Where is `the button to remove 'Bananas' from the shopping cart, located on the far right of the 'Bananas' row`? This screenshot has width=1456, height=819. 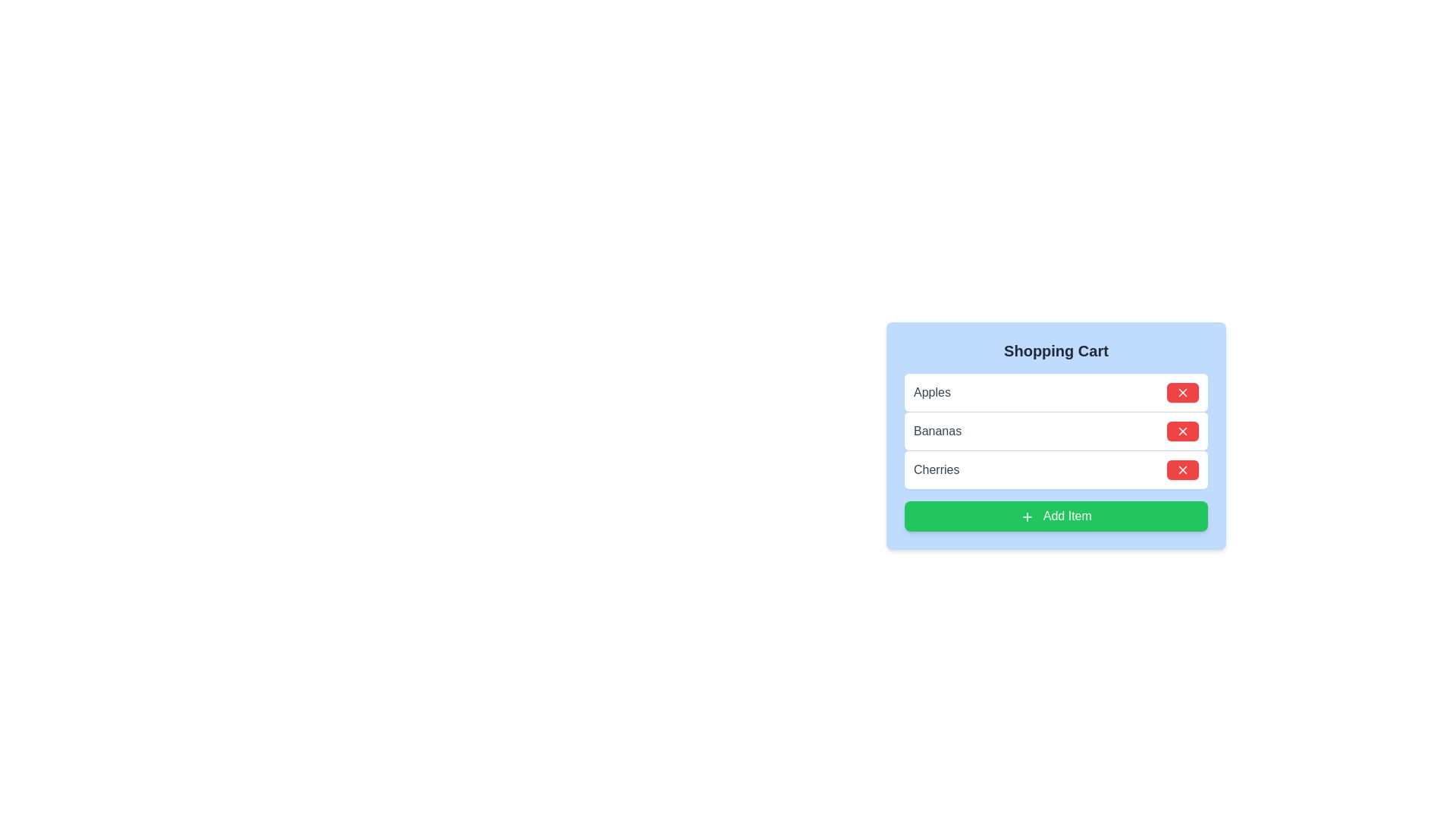 the button to remove 'Bananas' from the shopping cart, located on the far right of the 'Bananas' row is located at coordinates (1182, 431).